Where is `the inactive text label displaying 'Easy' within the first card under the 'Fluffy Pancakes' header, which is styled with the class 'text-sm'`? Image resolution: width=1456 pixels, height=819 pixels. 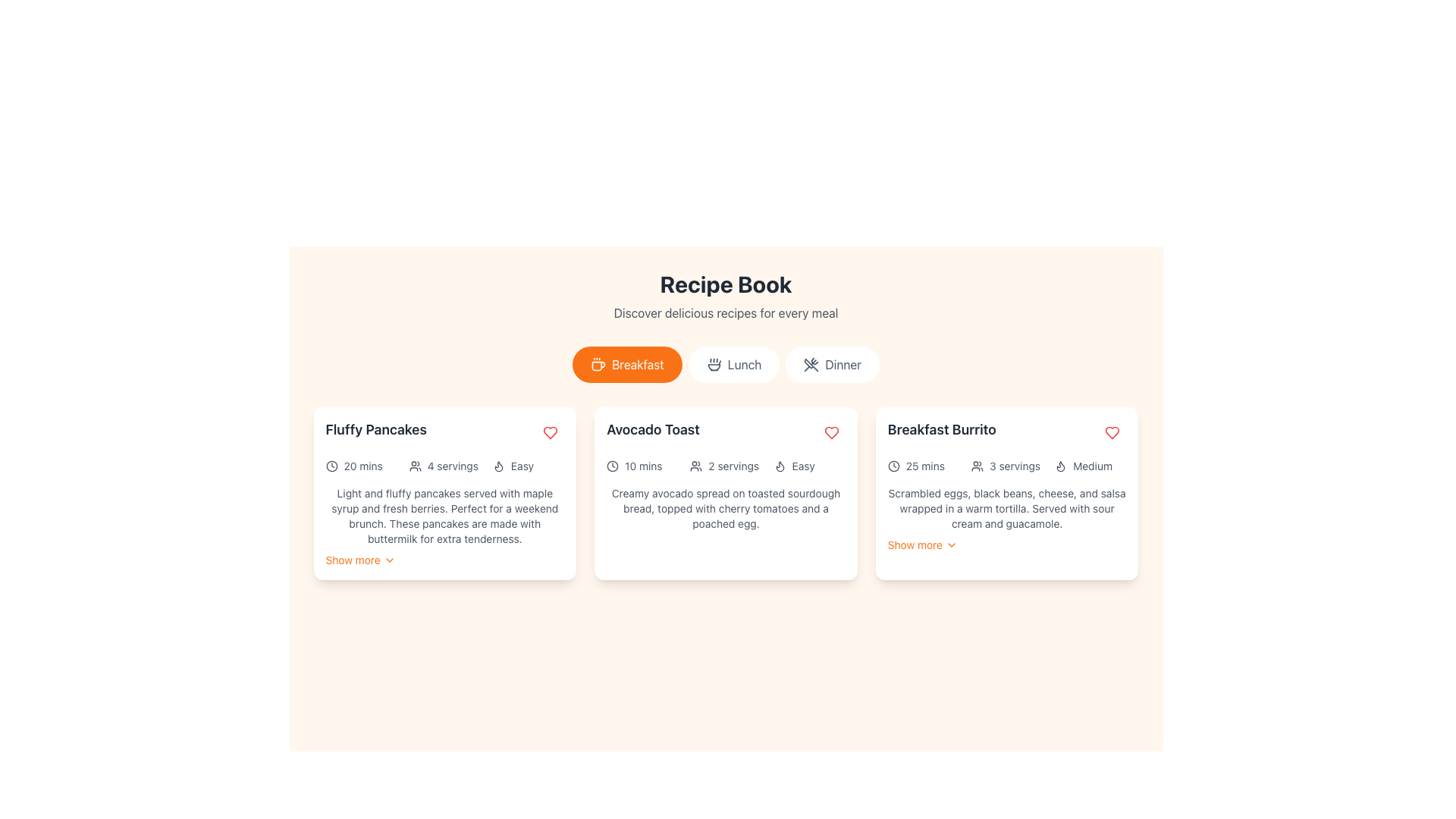 the inactive text label displaying 'Easy' within the first card under the 'Fluffy Pancakes' header, which is styled with the class 'text-sm' is located at coordinates (522, 465).